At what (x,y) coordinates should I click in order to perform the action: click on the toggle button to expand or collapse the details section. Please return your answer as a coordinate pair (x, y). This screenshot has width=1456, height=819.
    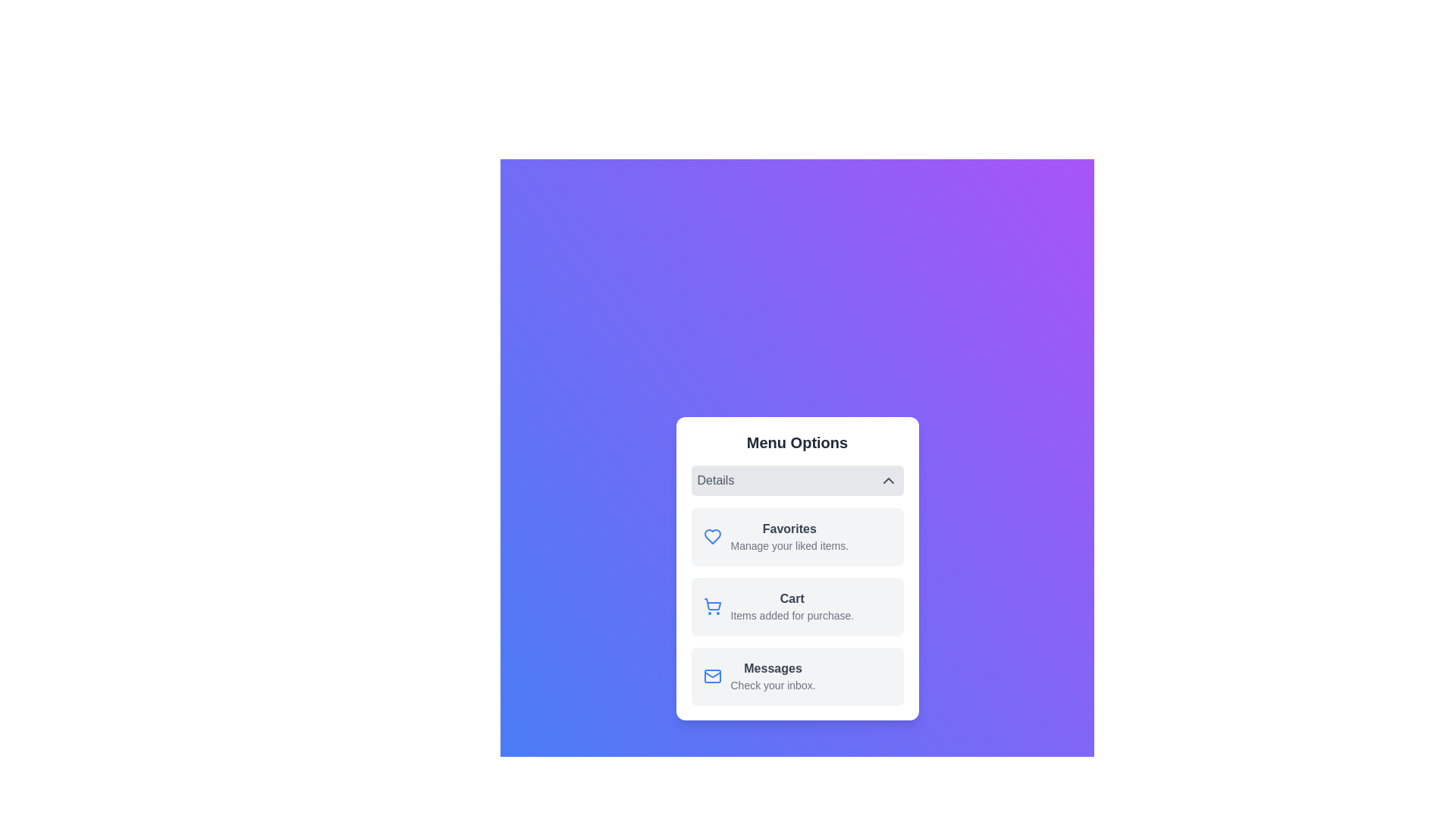
    Looking at the image, I should click on (796, 480).